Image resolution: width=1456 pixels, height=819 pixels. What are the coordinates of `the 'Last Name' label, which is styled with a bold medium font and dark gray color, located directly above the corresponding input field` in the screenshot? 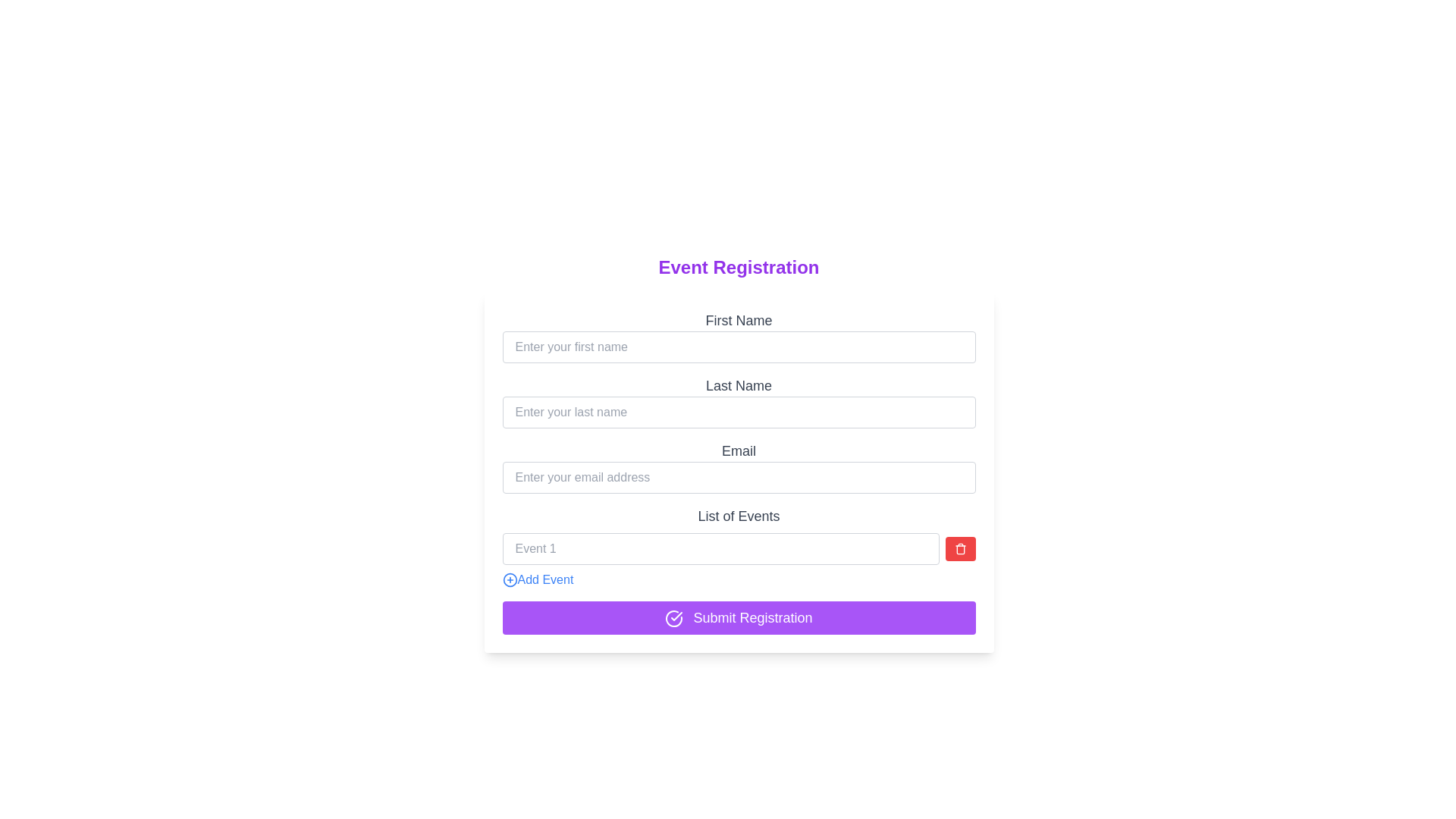 It's located at (739, 385).